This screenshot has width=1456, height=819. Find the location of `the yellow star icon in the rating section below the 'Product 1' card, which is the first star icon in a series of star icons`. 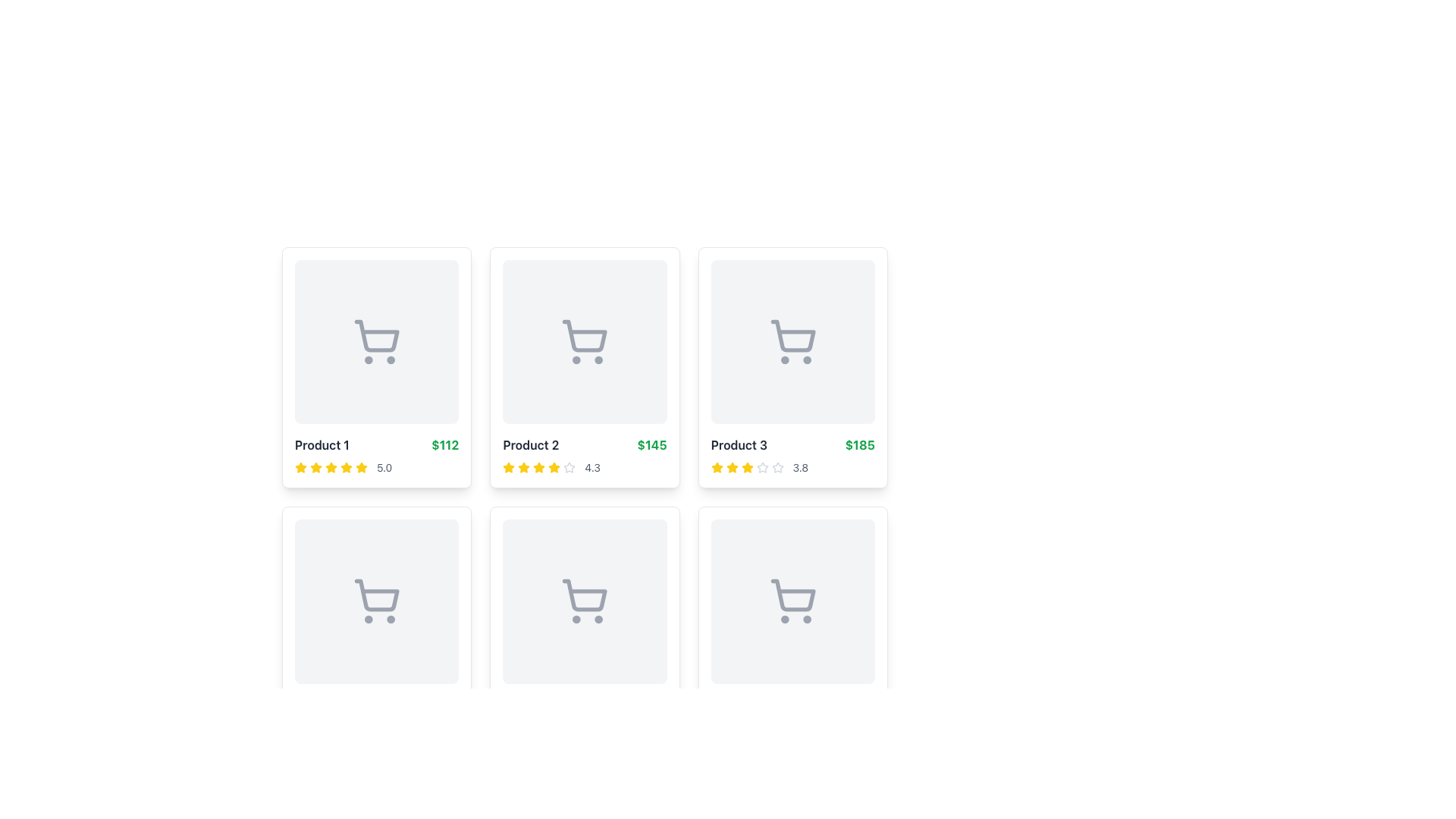

the yellow star icon in the rating section below the 'Product 1' card, which is the first star icon in a series of star icons is located at coordinates (345, 467).